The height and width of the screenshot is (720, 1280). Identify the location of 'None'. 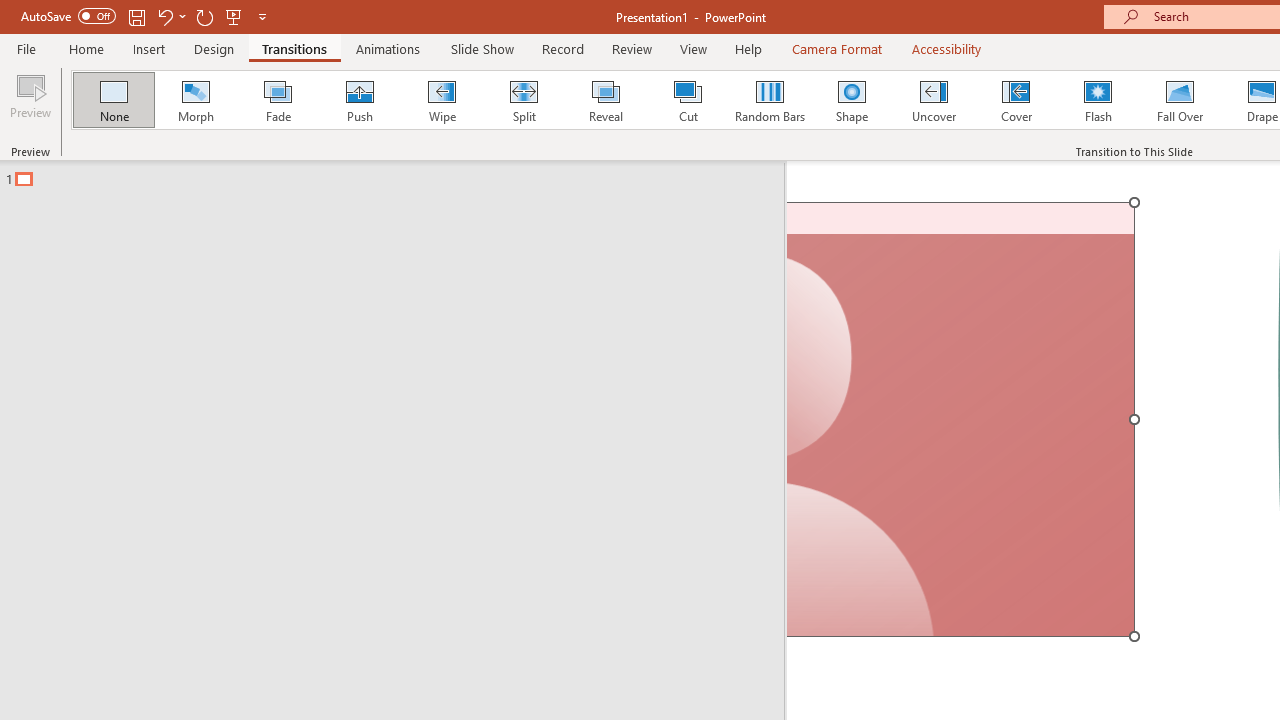
(112, 100).